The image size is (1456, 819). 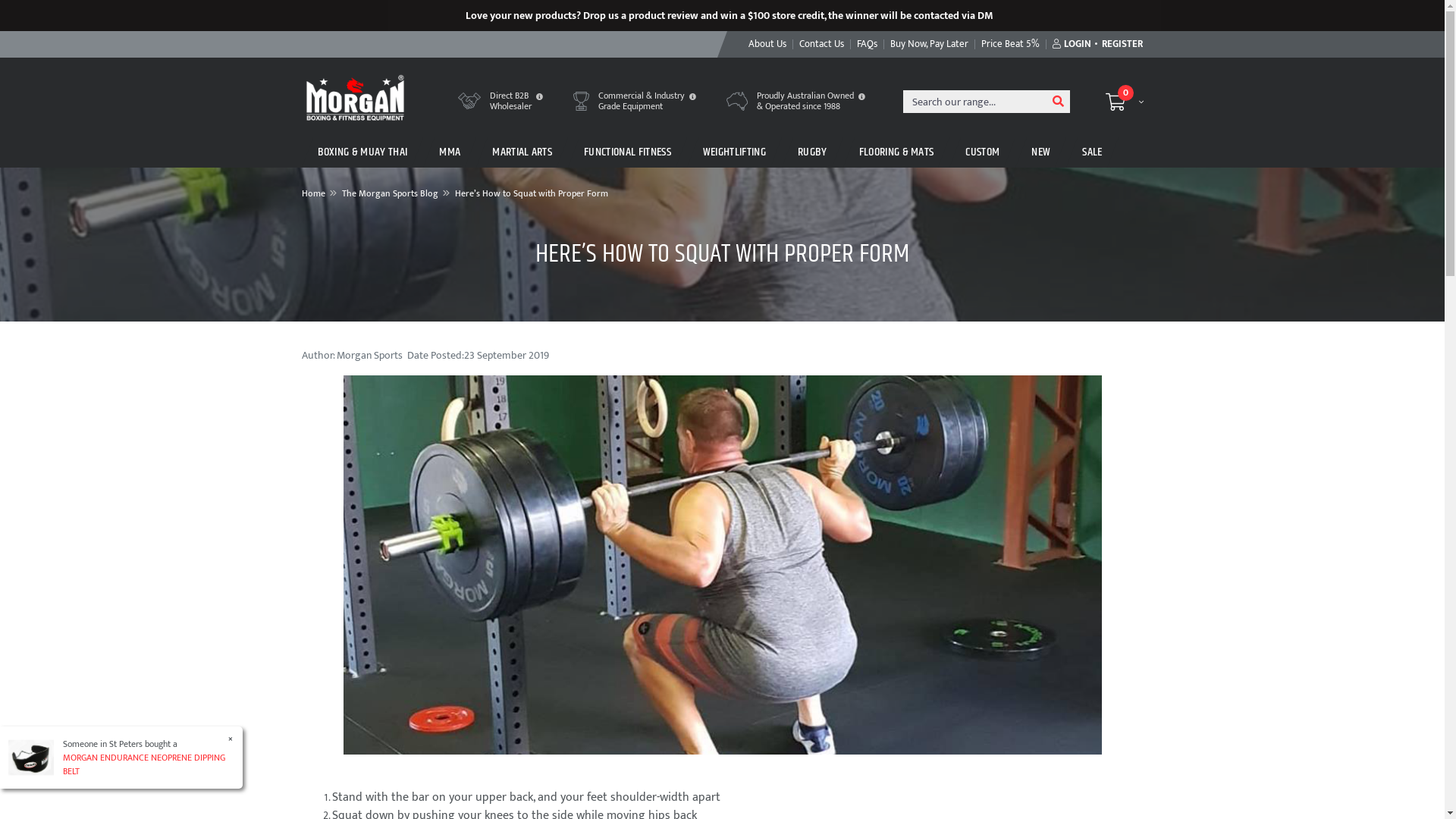 I want to click on 'Price Beat 5%', so click(x=1010, y=43).